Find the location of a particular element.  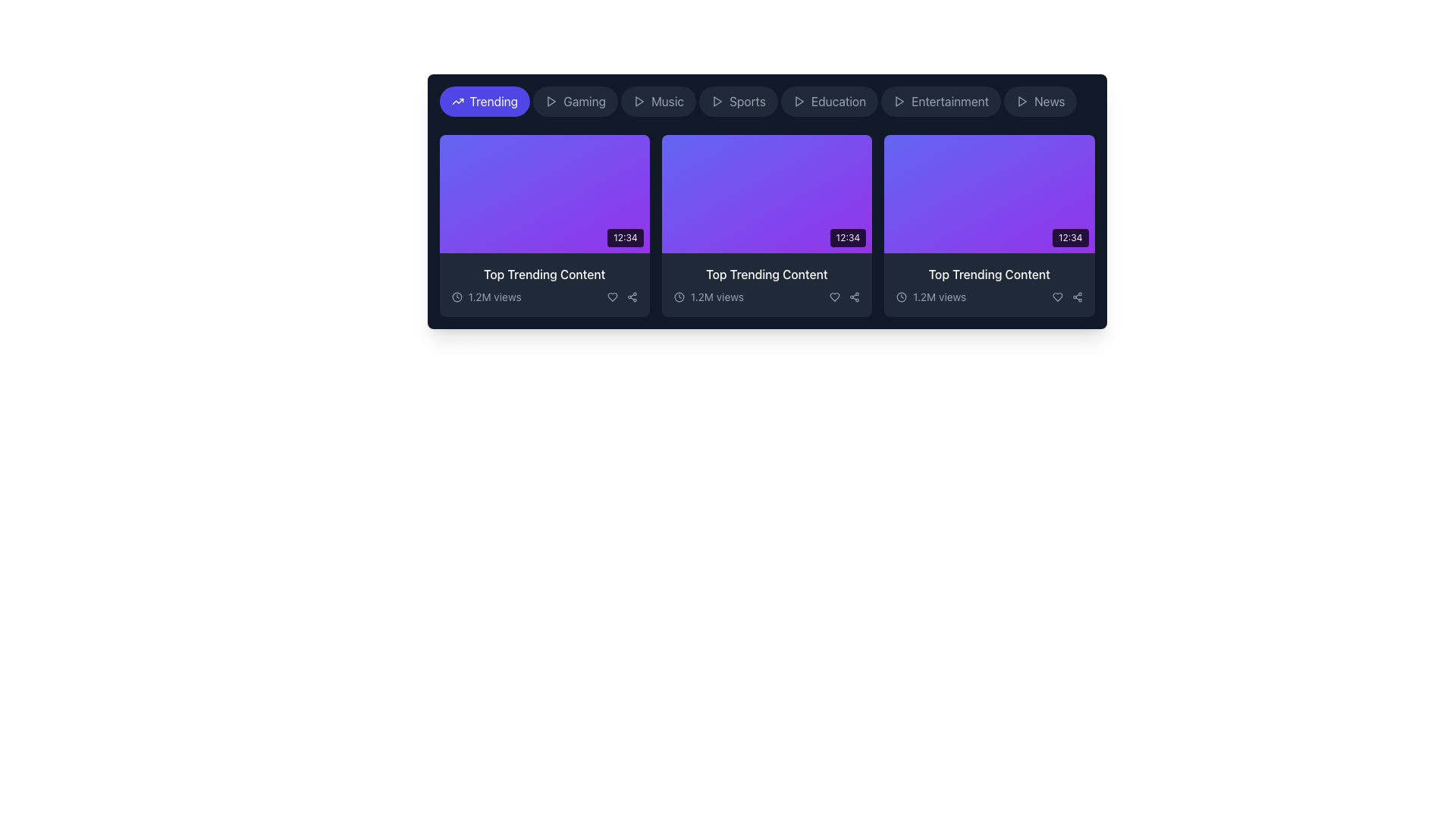

the 'Entertainment' button in the navigation bar is located at coordinates (940, 102).